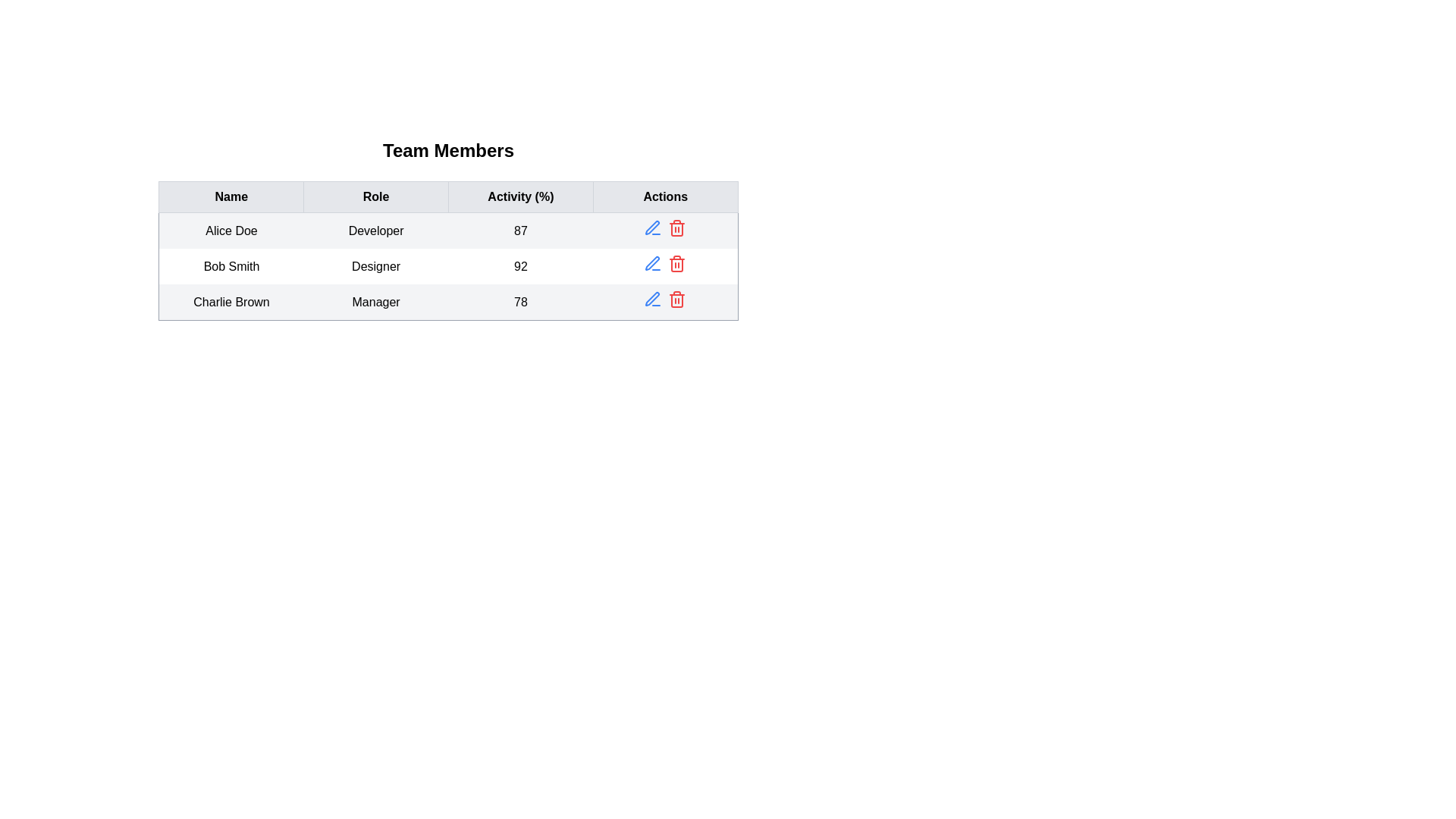 This screenshot has width=1456, height=819. Describe the element at coordinates (653, 262) in the screenshot. I see `edit icon for the team member with name Bob Smith` at that location.